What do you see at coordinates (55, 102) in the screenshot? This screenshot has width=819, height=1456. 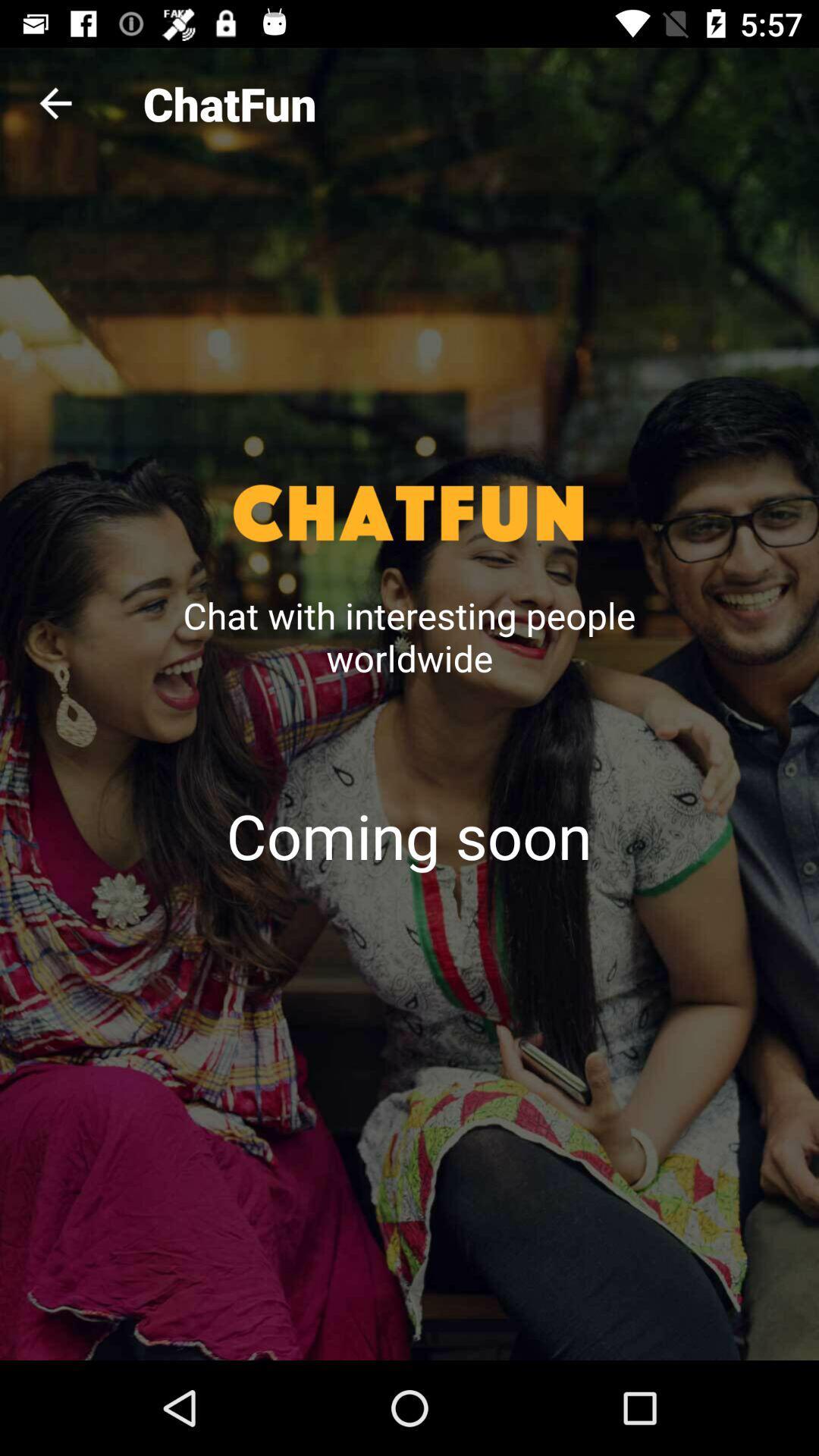 I see `go back` at bounding box center [55, 102].